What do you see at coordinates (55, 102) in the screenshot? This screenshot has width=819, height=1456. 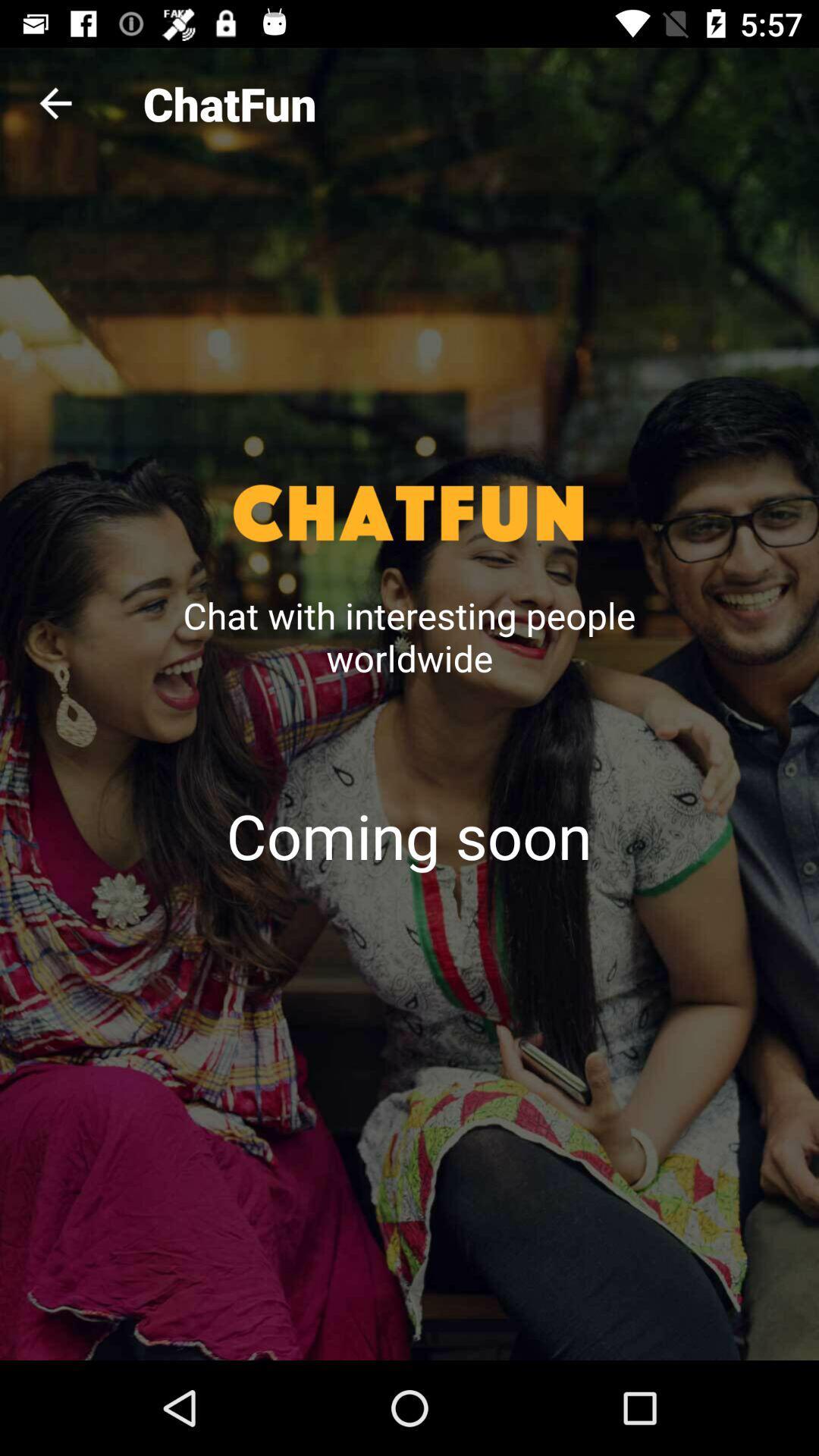 I see `go back` at bounding box center [55, 102].